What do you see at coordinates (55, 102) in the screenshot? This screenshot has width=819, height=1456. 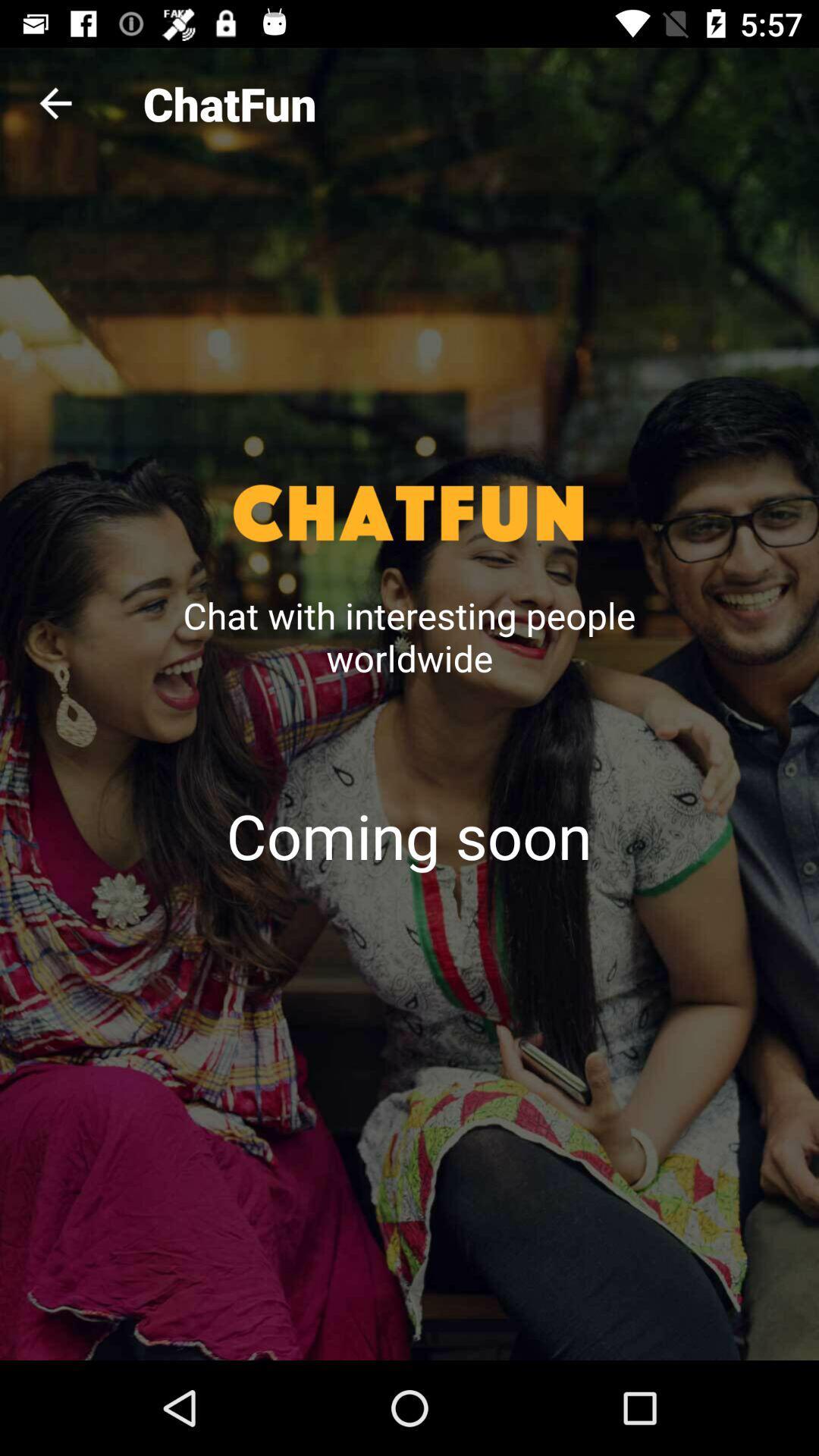 I see `go back` at bounding box center [55, 102].